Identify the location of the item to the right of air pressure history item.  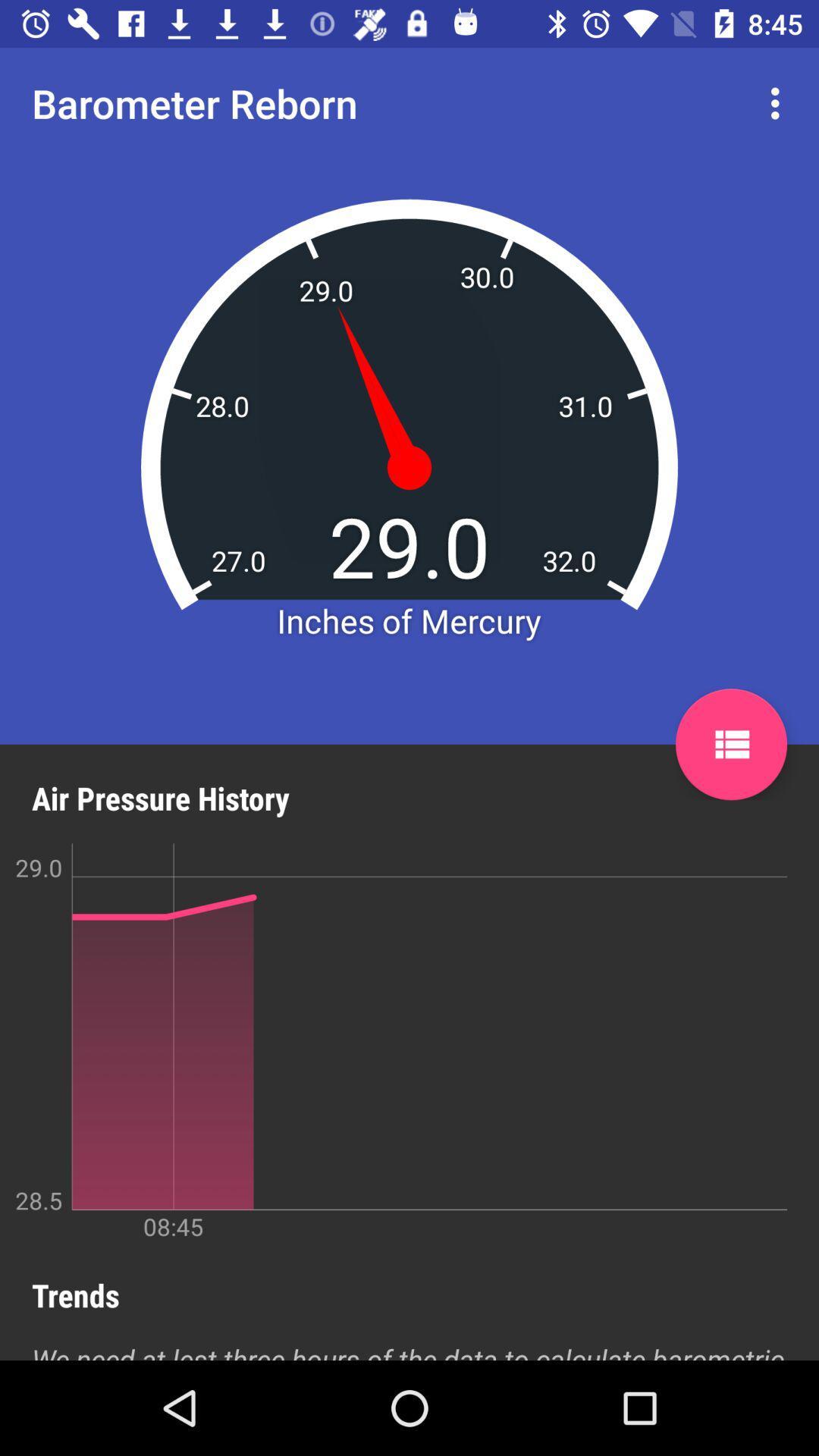
(730, 744).